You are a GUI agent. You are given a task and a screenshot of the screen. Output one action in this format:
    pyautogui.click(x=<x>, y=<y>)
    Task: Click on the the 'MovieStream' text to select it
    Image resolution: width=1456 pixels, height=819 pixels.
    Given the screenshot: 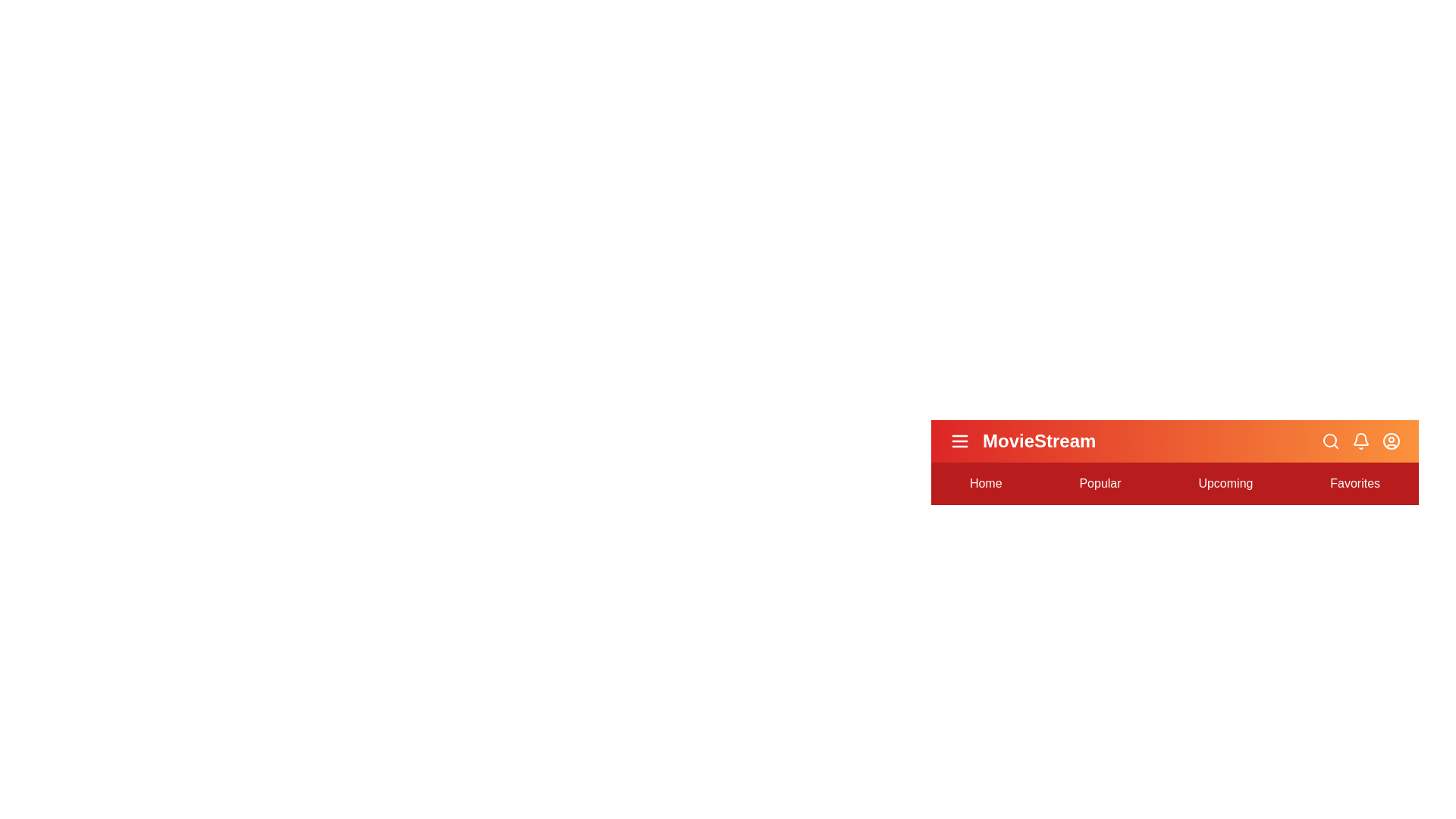 What is the action you would take?
    pyautogui.click(x=1038, y=441)
    